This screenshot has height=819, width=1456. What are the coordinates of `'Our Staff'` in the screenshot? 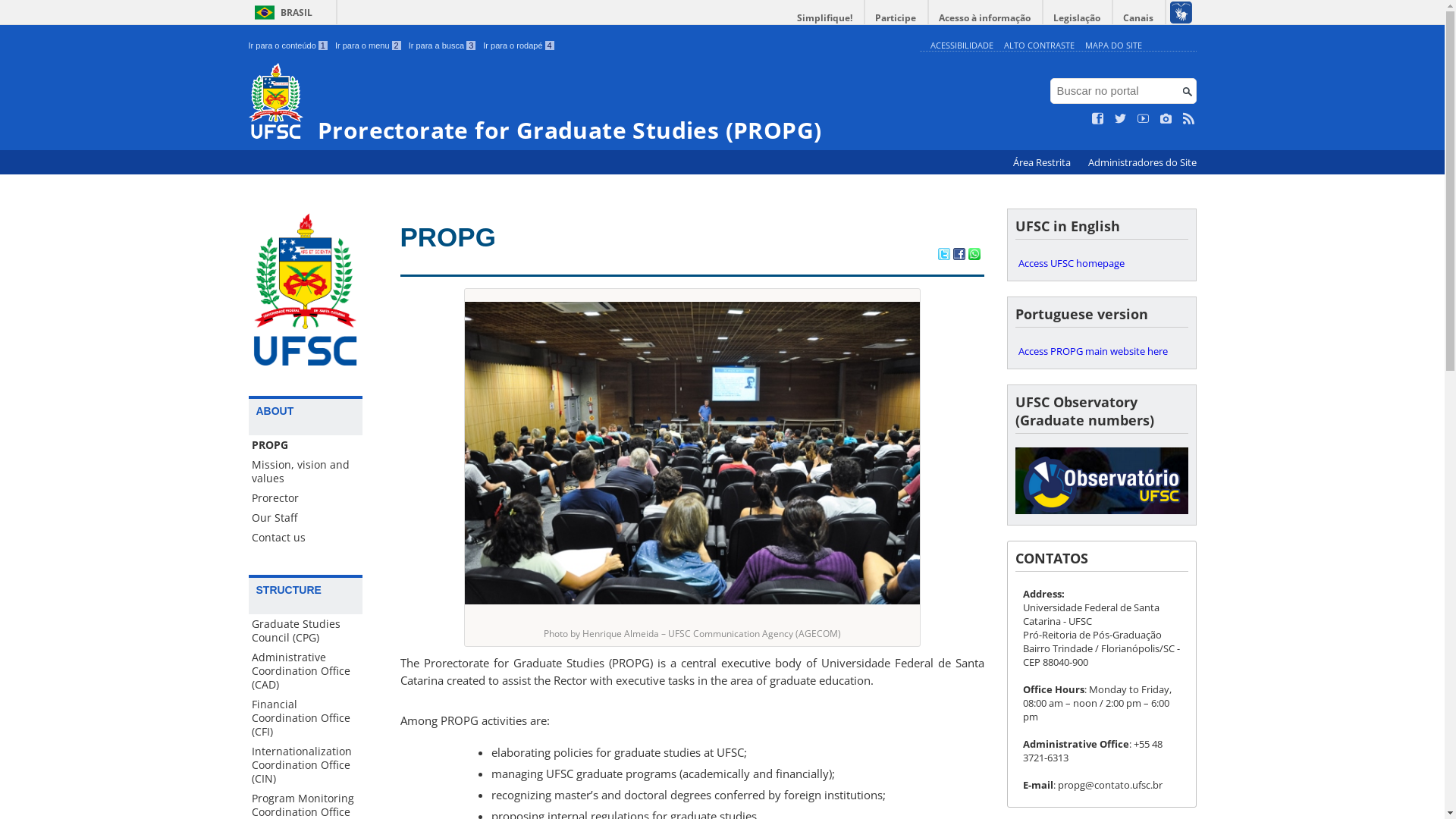 It's located at (305, 516).